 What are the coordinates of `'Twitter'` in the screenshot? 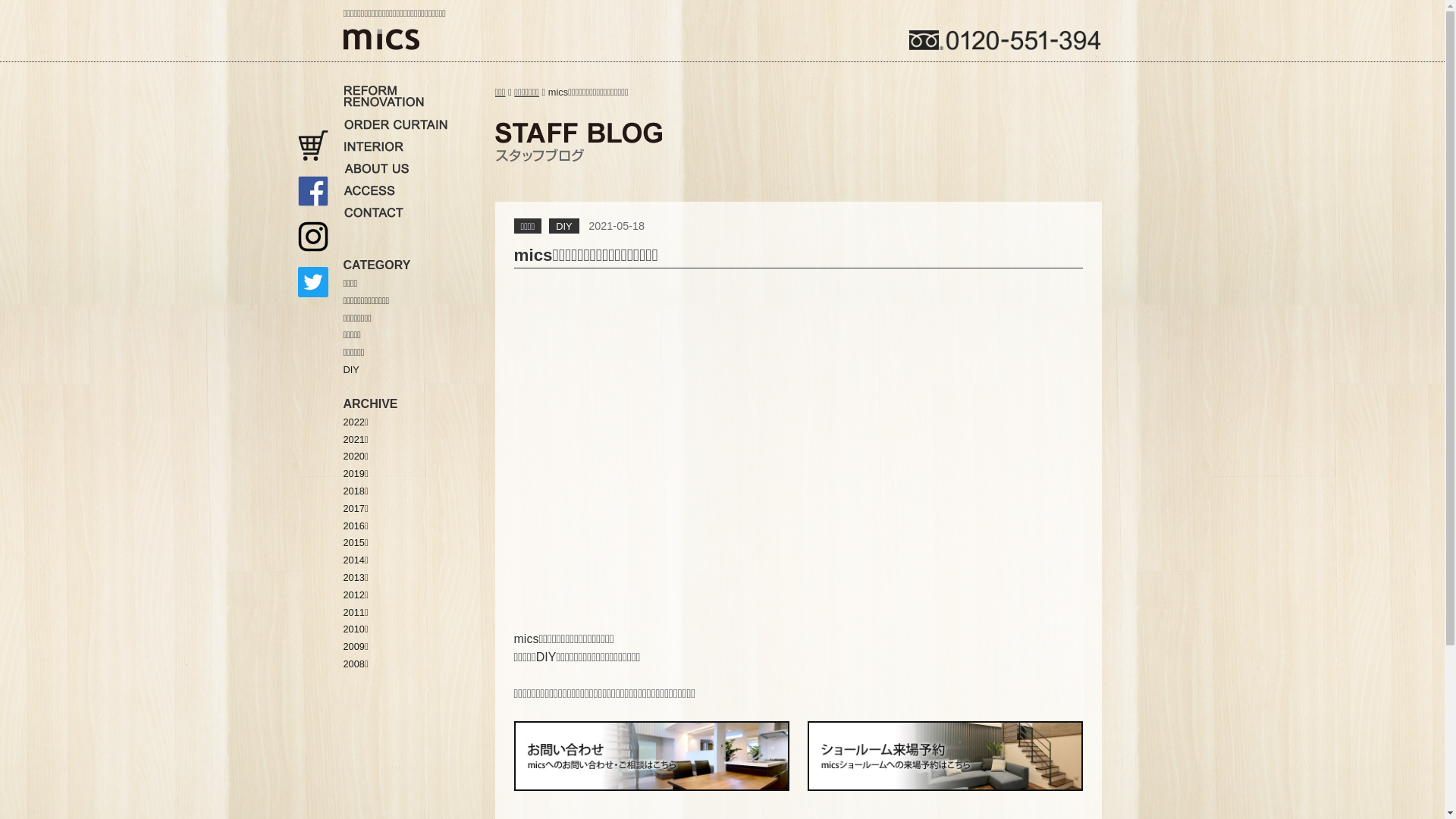 It's located at (312, 281).